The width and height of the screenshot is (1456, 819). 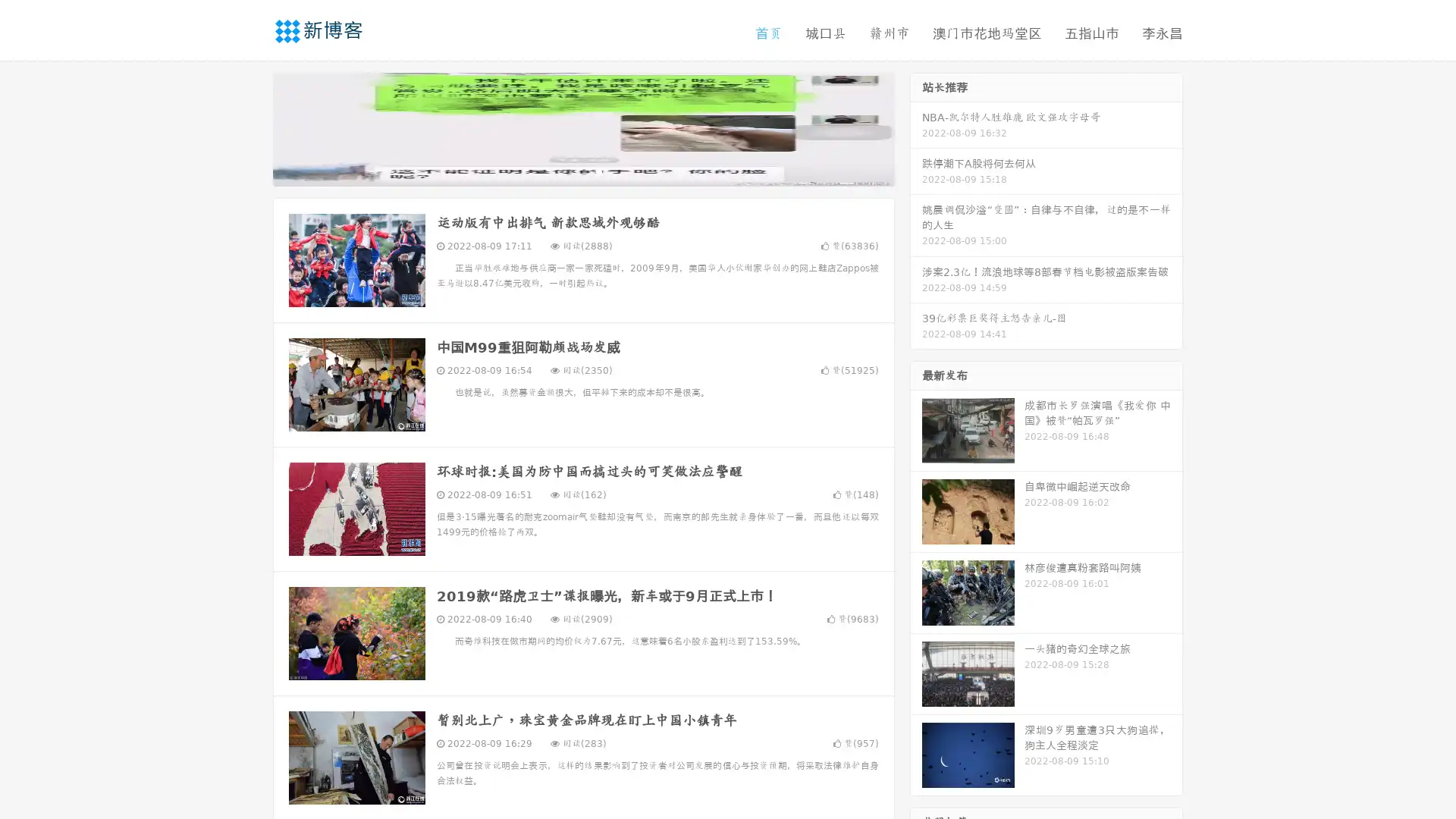 I want to click on Go to slide 1, so click(x=567, y=171).